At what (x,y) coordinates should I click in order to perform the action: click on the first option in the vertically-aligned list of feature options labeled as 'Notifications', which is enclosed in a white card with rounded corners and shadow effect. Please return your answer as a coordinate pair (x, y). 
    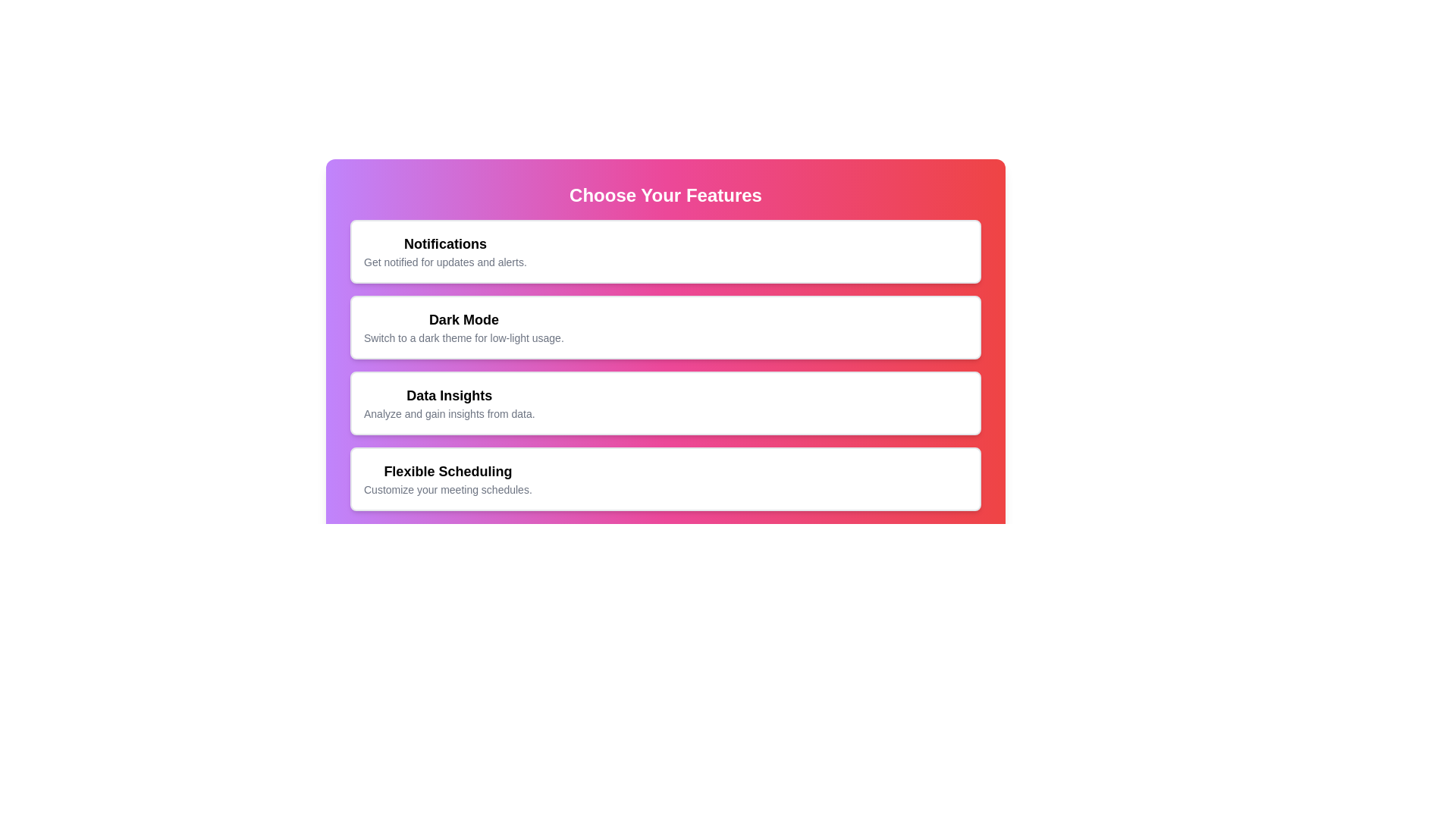
    Looking at the image, I should click on (444, 250).